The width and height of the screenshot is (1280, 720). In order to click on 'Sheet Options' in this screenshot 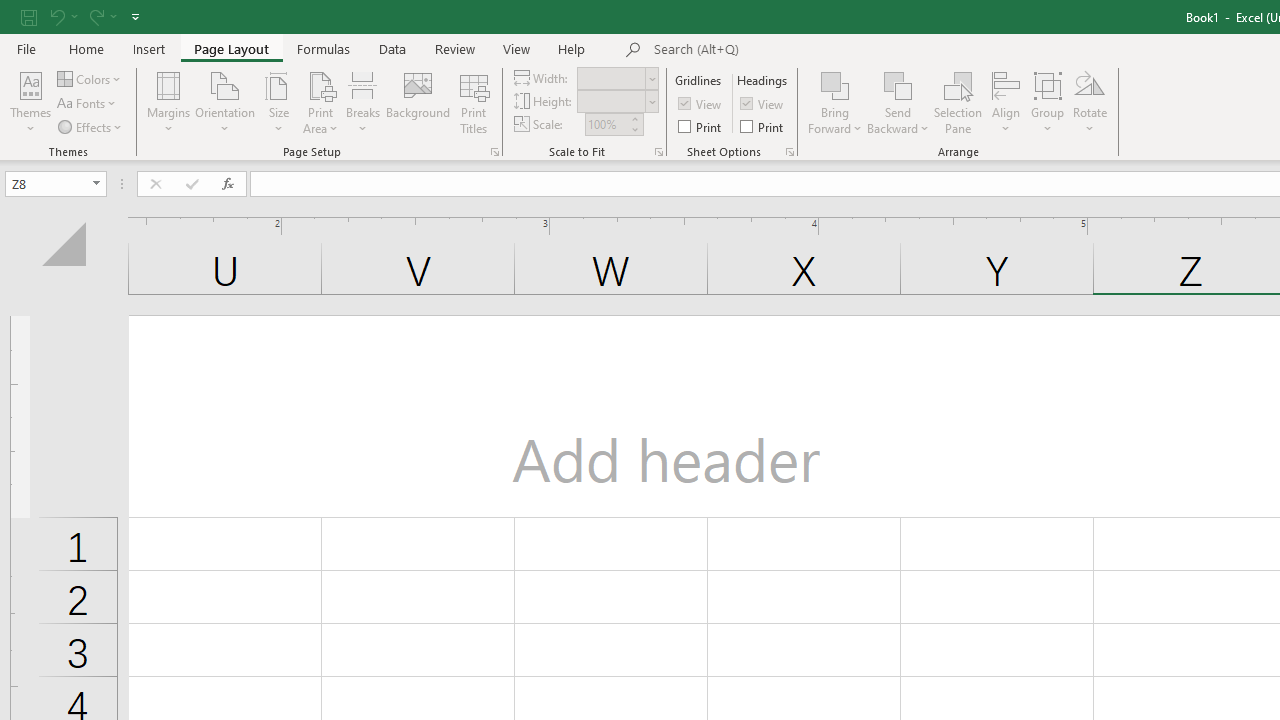, I will do `click(788, 150)`.